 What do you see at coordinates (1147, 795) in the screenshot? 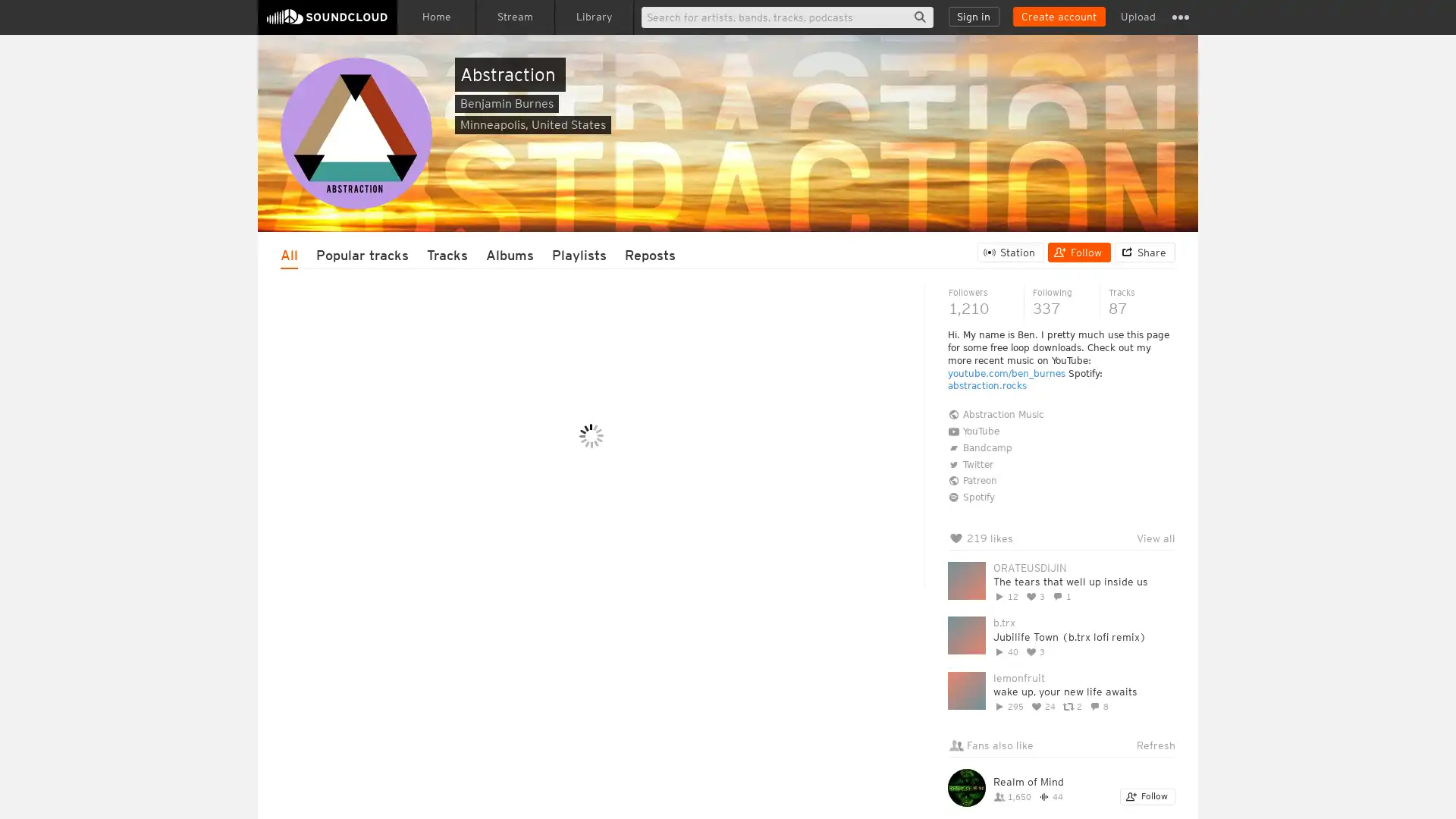
I see `Follow` at bounding box center [1147, 795].